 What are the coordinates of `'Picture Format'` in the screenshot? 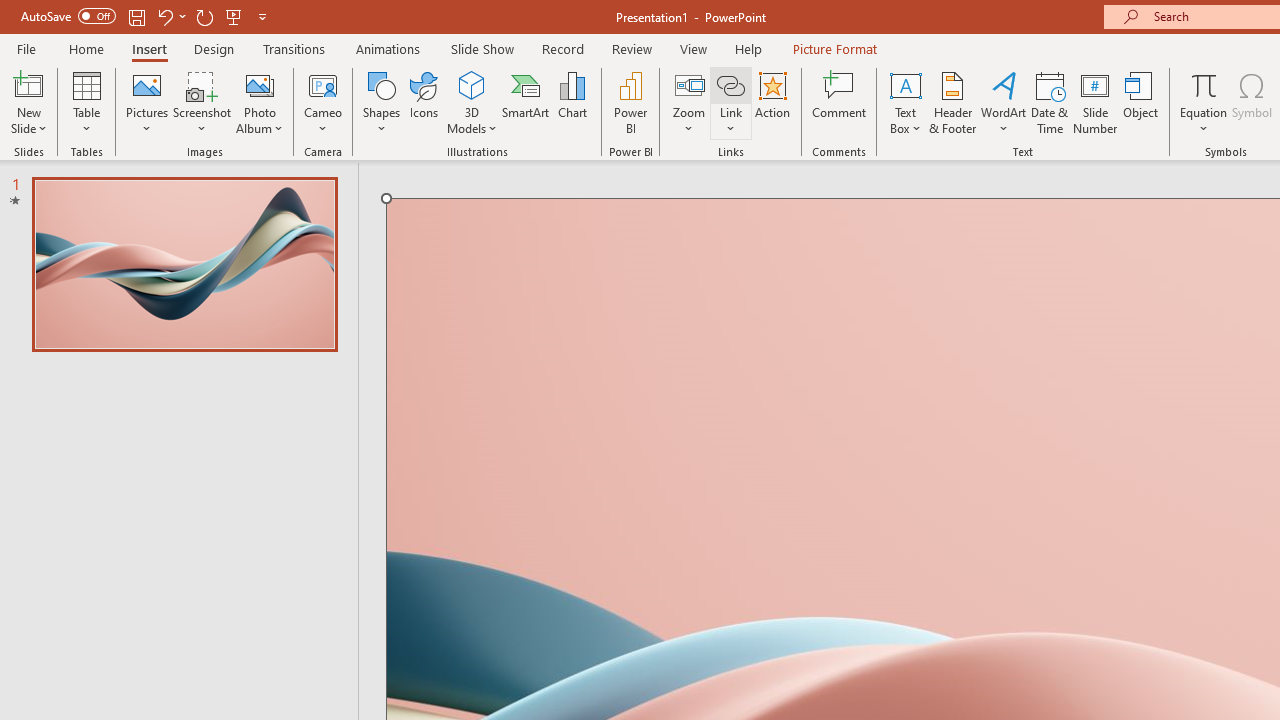 It's located at (835, 48).